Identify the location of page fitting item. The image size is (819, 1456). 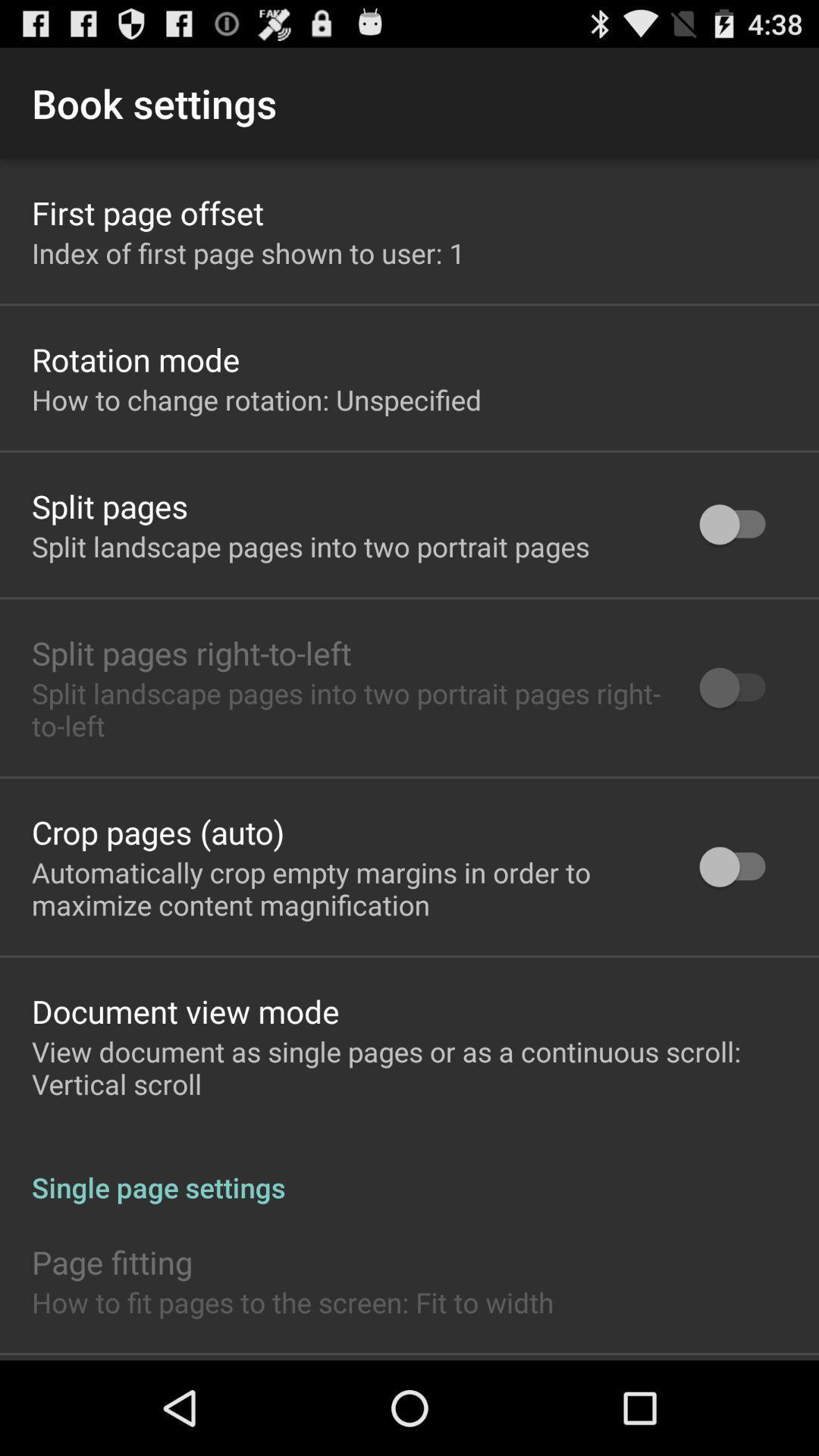
(111, 1262).